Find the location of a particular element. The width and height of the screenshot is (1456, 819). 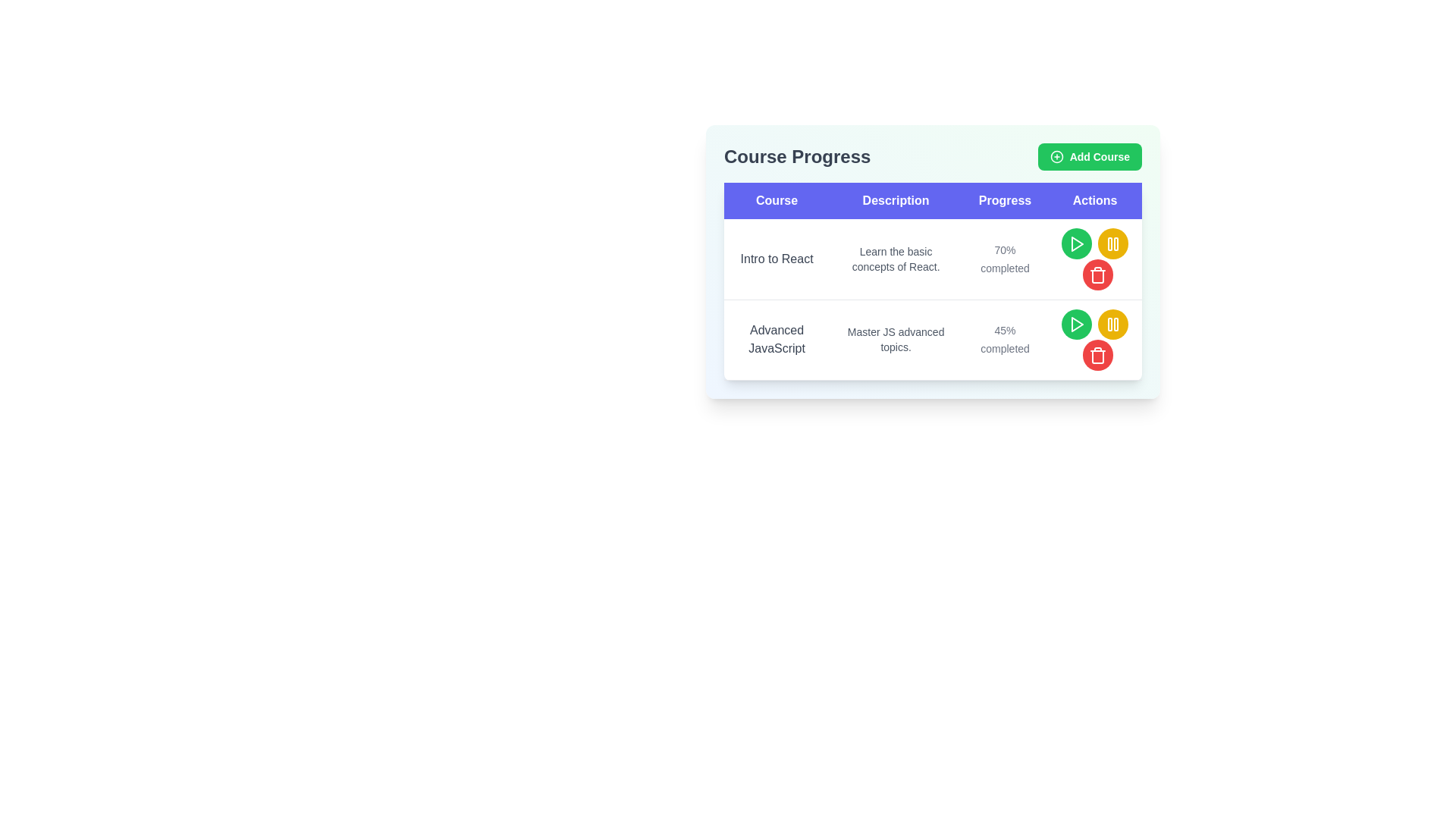

the table row group under the 'Course Progress' section is located at coordinates (932, 300).